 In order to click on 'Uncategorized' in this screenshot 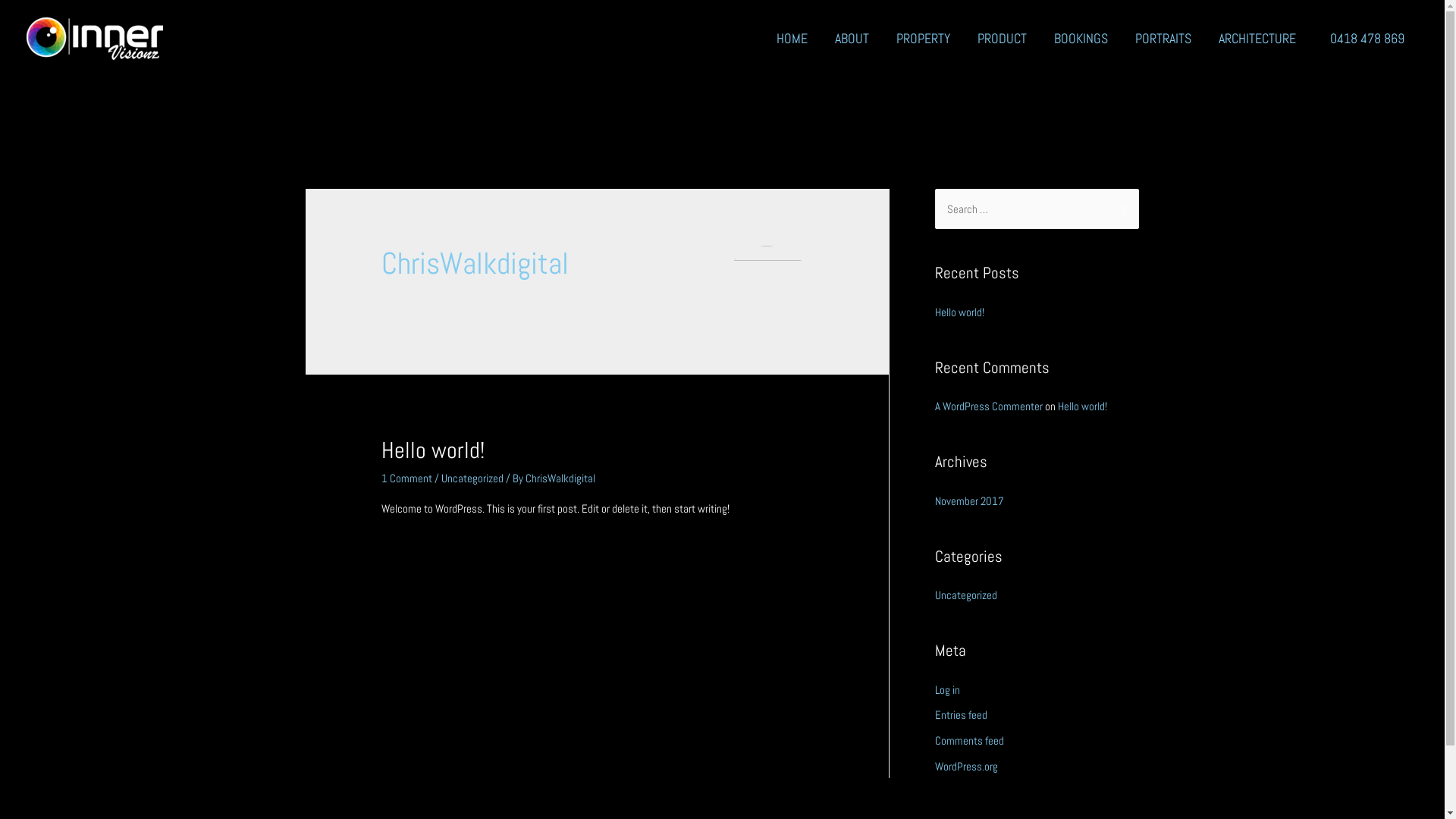, I will do `click(472, 478)`.